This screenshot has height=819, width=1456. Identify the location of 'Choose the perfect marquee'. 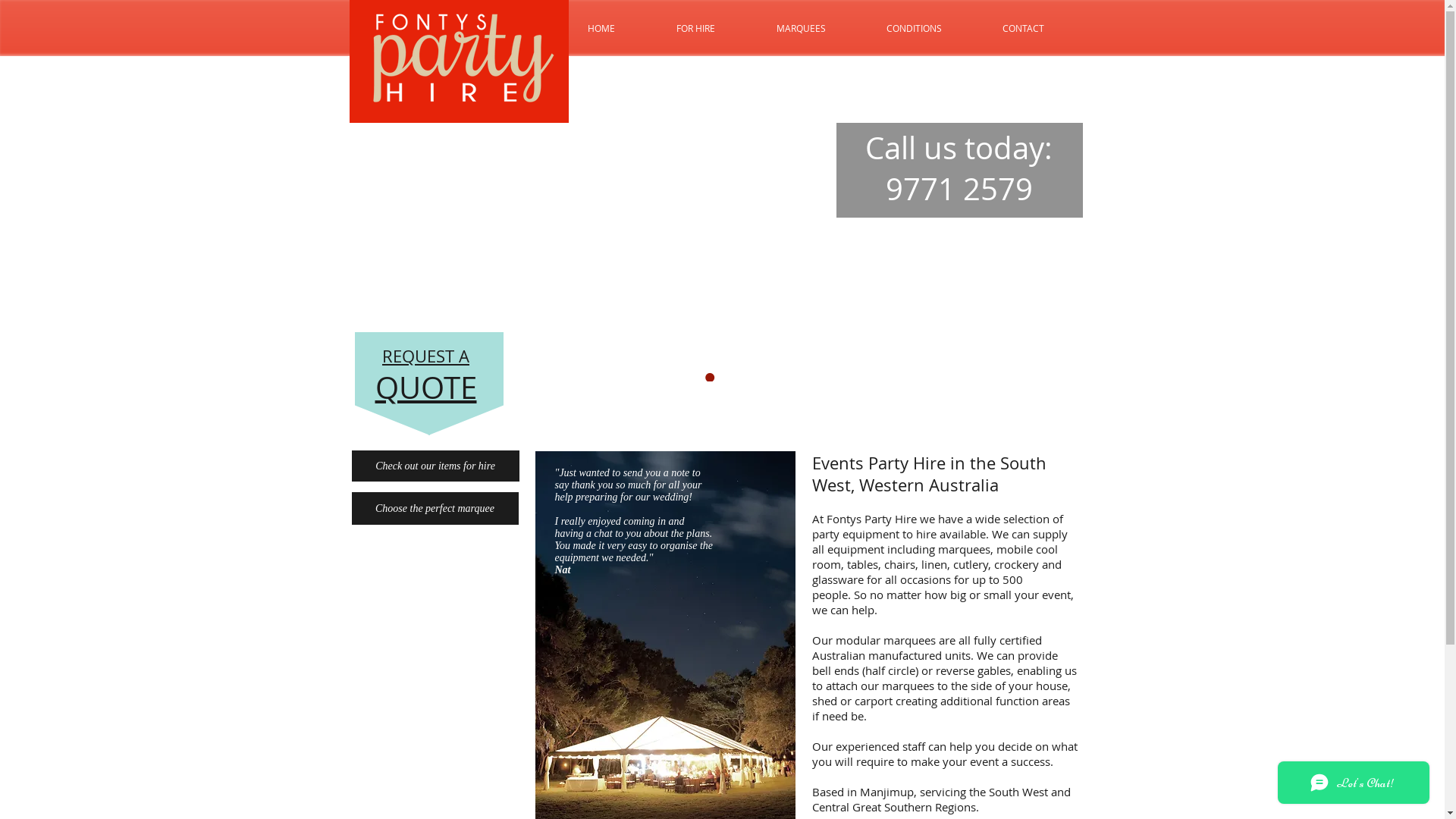
(435, 508).